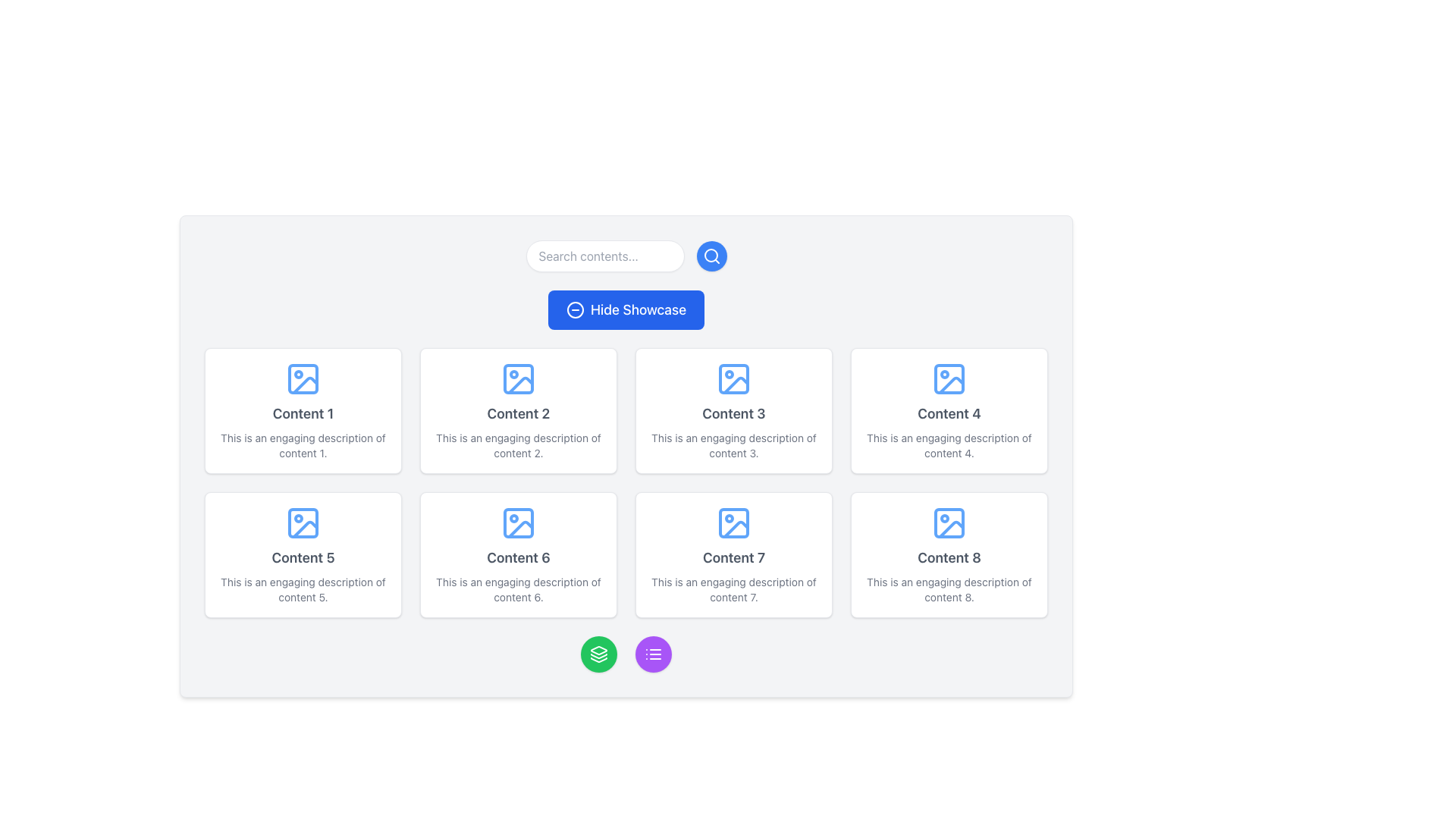 The height and width of the screenshot is (819, 1456). I want to click on the leading icon for the 'Hide Showcase' button, which is positioned to the left of the button's text, so click(574, 309).